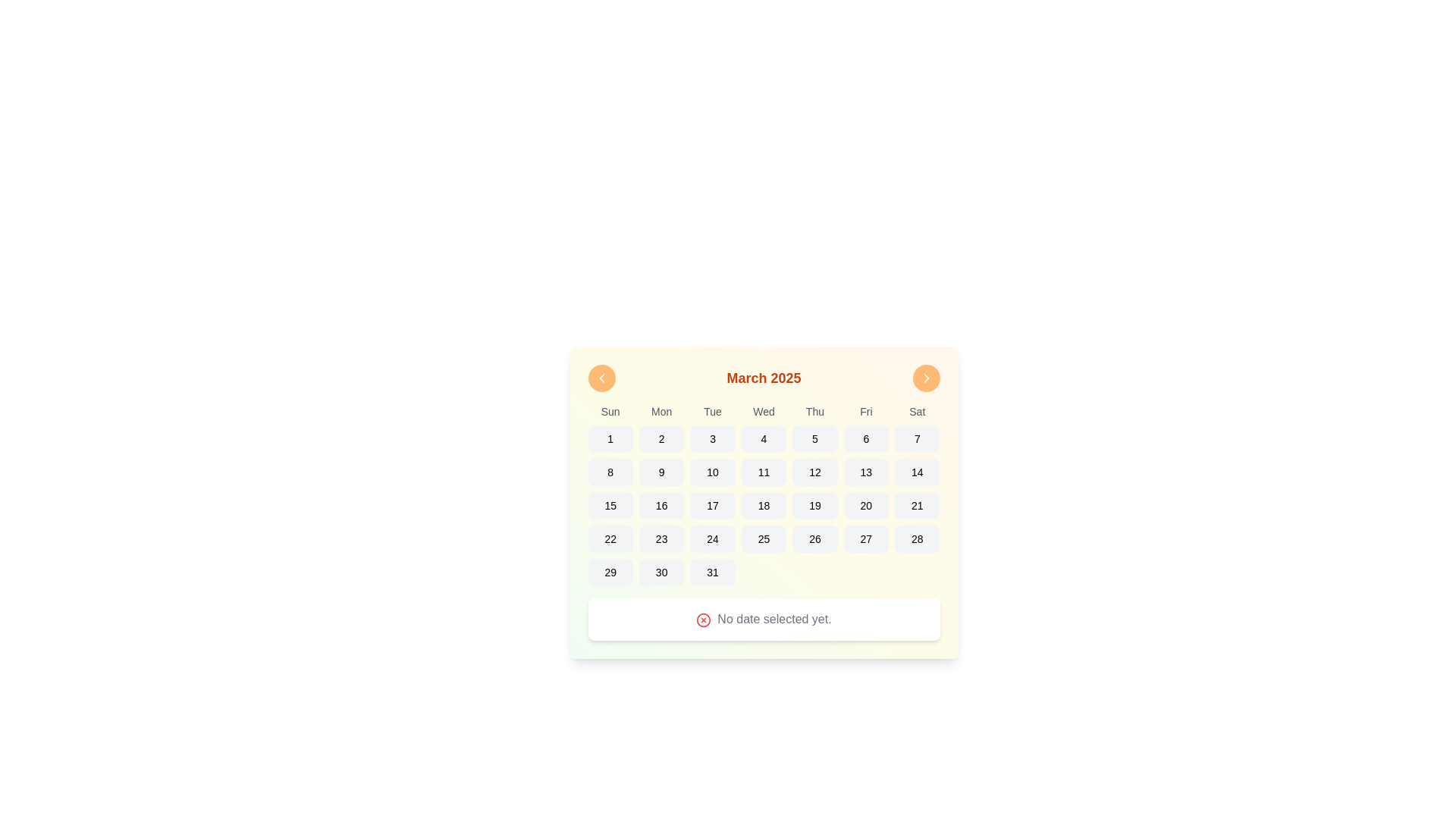 The height and width of the screenshot is (819, 1456). Describe the element at coordinates (764, 506) in the screenshot. I see `the button representing the 18th day of the month in the calendar interface` at that location.